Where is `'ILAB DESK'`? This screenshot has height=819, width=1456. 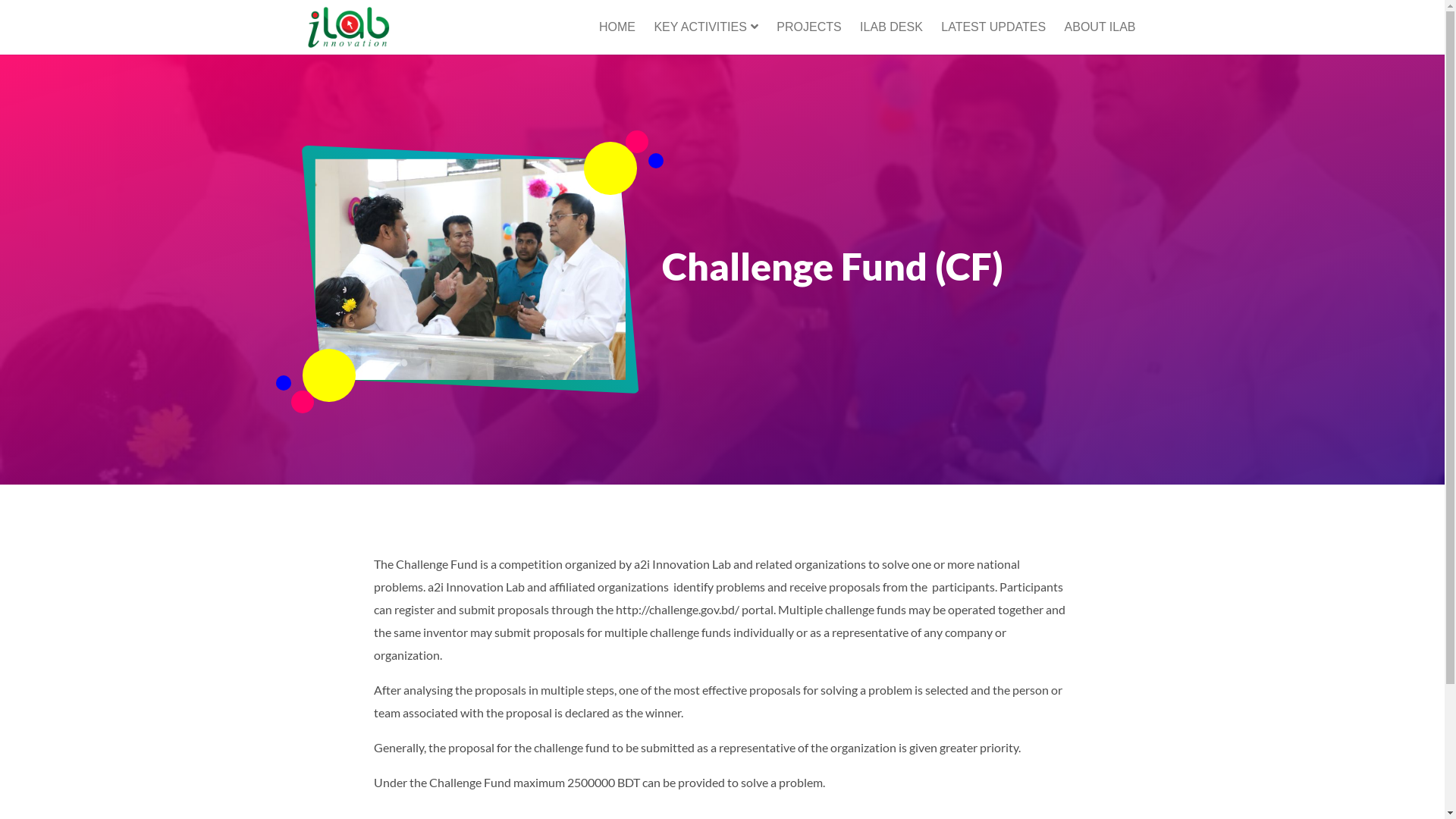 'ILAB DESK' is located at coordinates (891, 27).